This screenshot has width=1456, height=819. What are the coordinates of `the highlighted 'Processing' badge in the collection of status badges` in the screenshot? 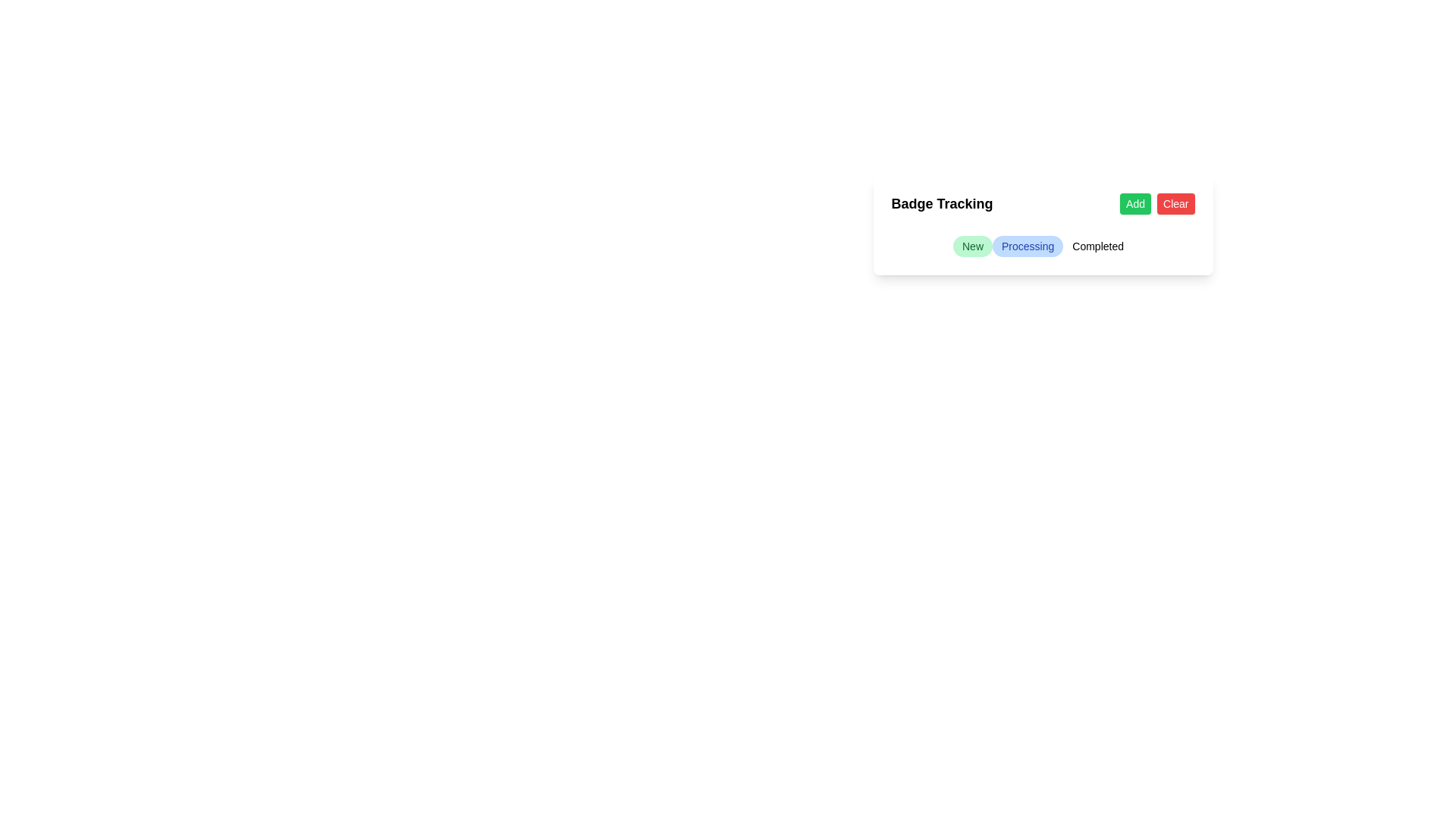 It's located at (1042, 241).